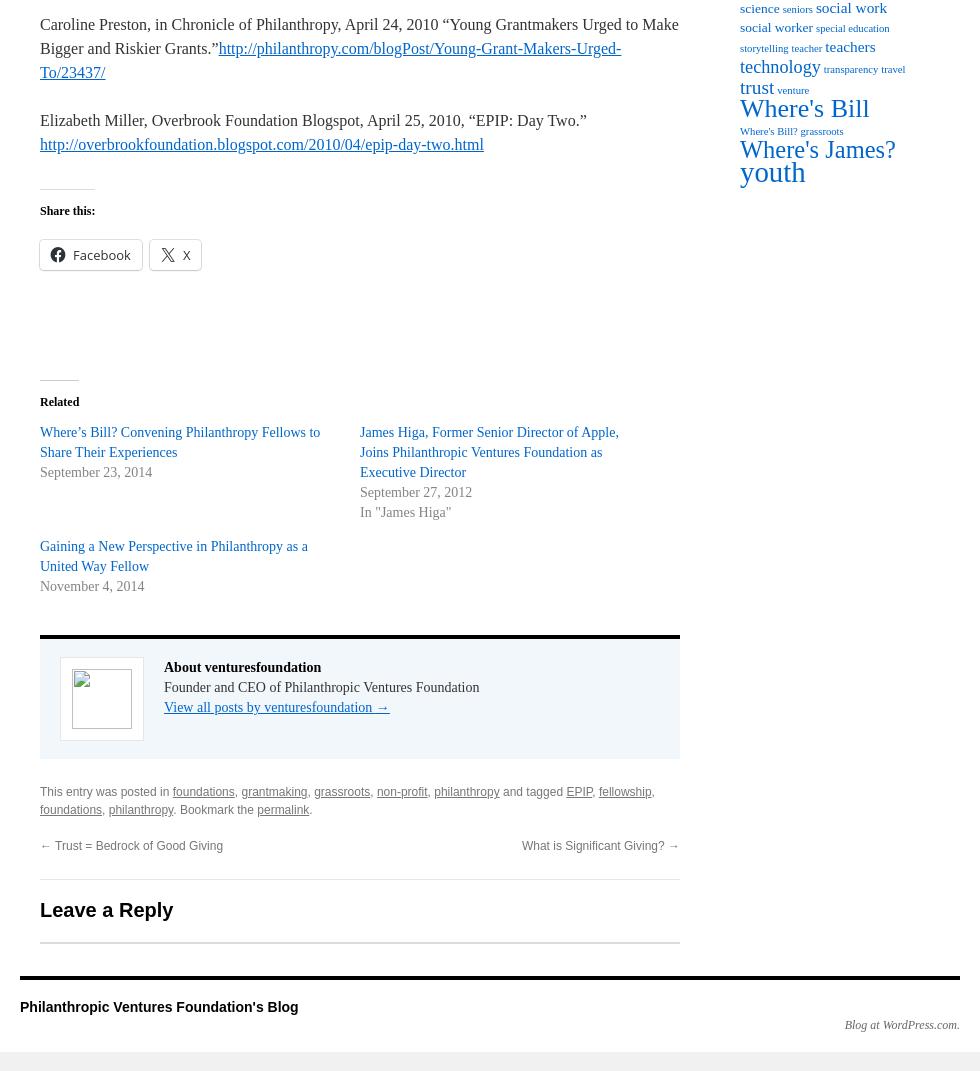 The height and width of the screenshot is (1071, 980). What do you see at coordinates (756, 87) in the screenshot?
I see `'trust'` at bounding box center [756, 87].